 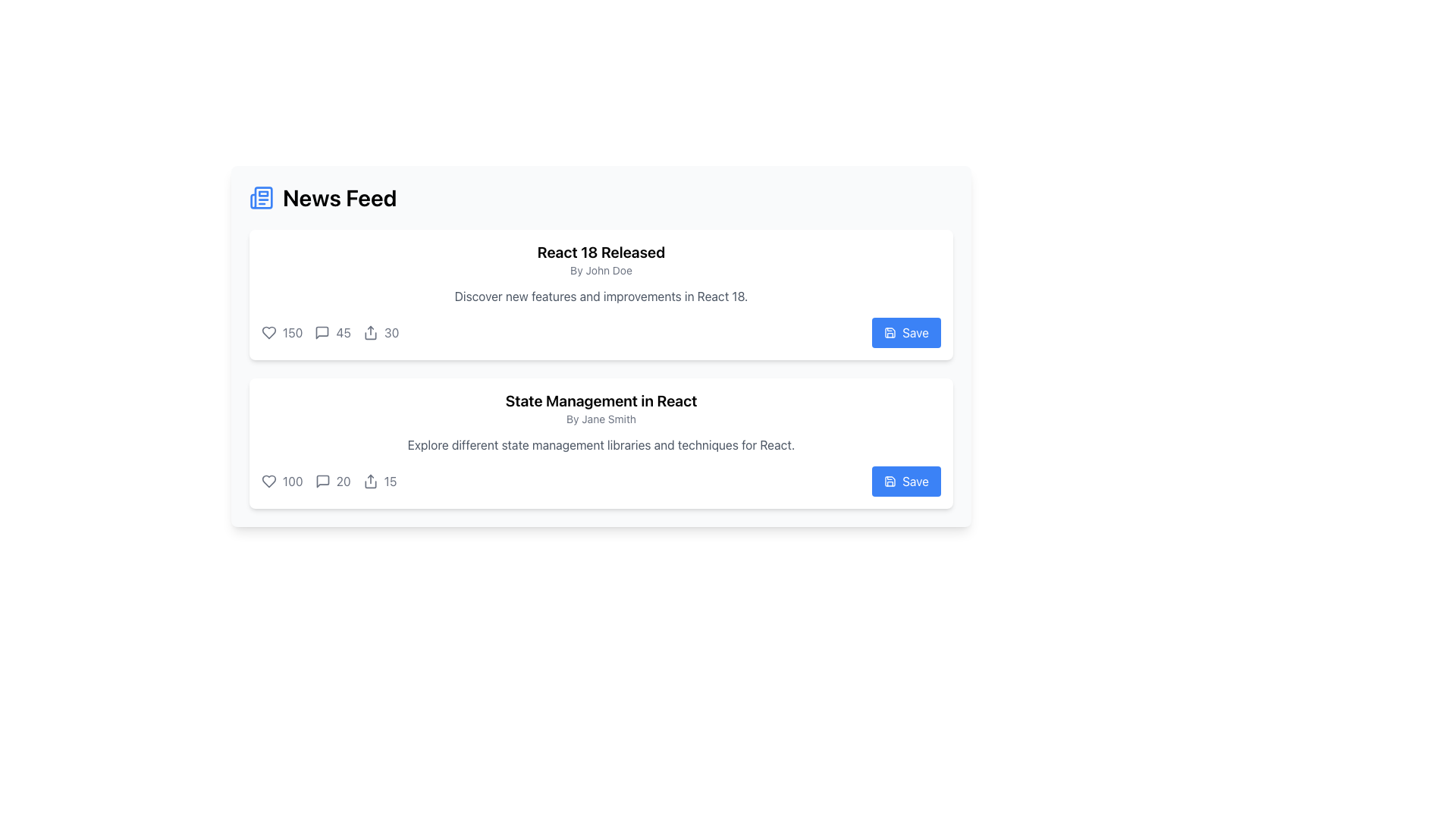 I want to click on the bold text label 'News Feed' located near the top-left part of the interface, right of a blue newspaper icon, so click(x=339, y=197).